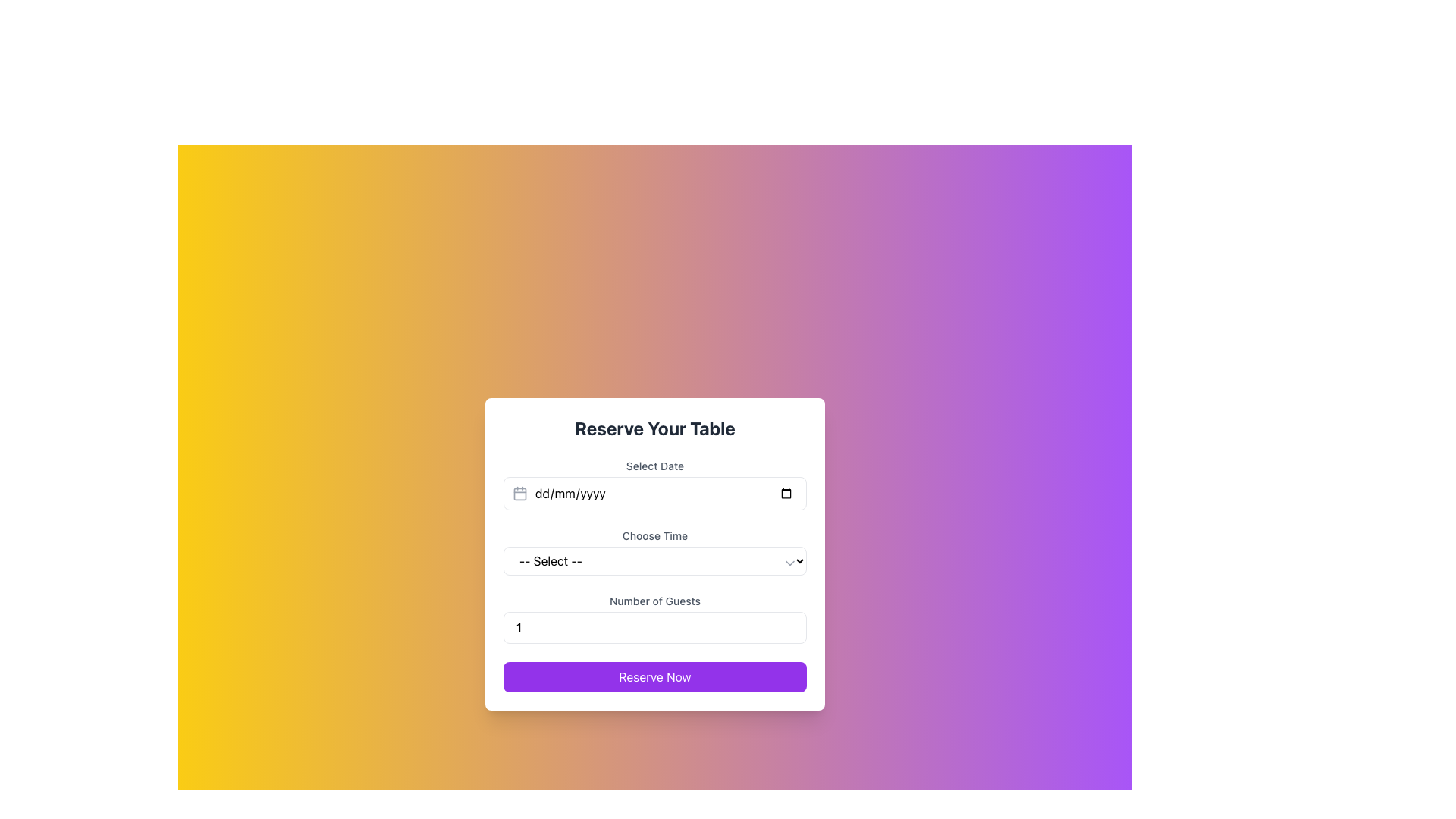 Image resolution: width=1456 pixels, height=819 pixels. I want to click on the SVG rectangle that is part of the calendar icon located in the 'Select Date' input field, which is positioned near the top of the form titled 'Reserve Your Table', so click(520, 494).